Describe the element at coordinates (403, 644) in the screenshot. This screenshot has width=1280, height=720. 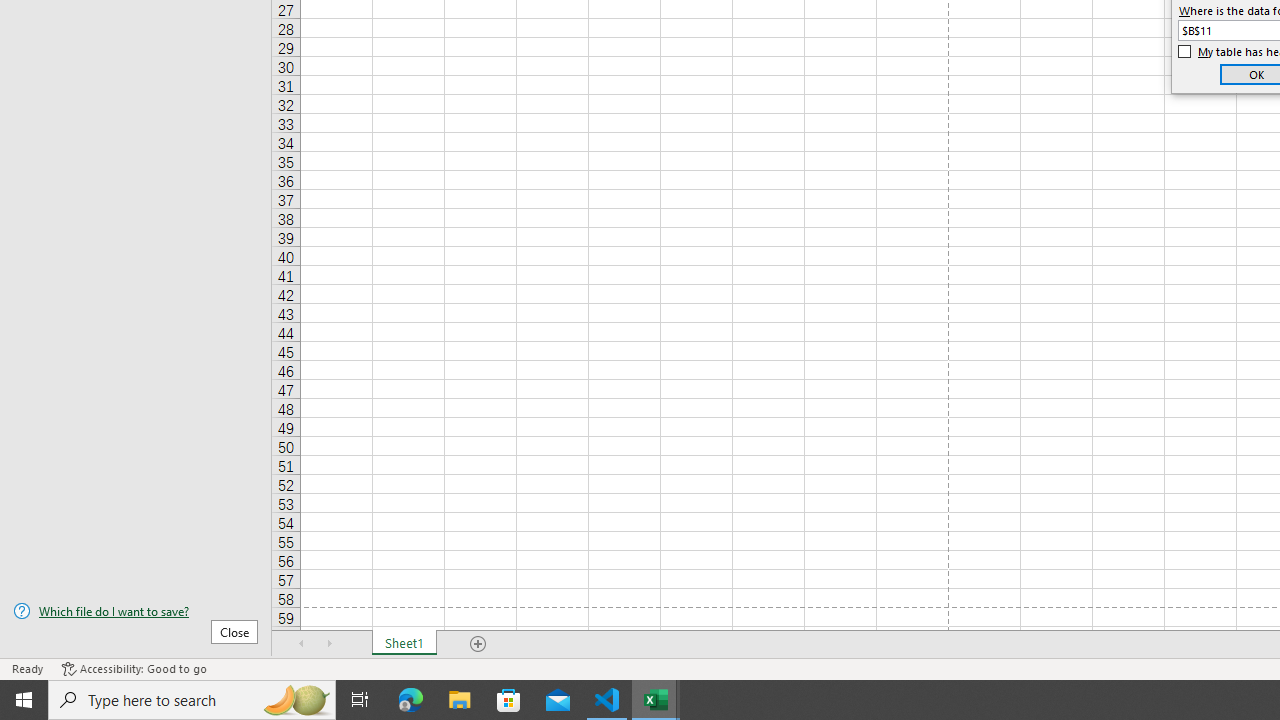
I see `'Sheet1'` at that location.